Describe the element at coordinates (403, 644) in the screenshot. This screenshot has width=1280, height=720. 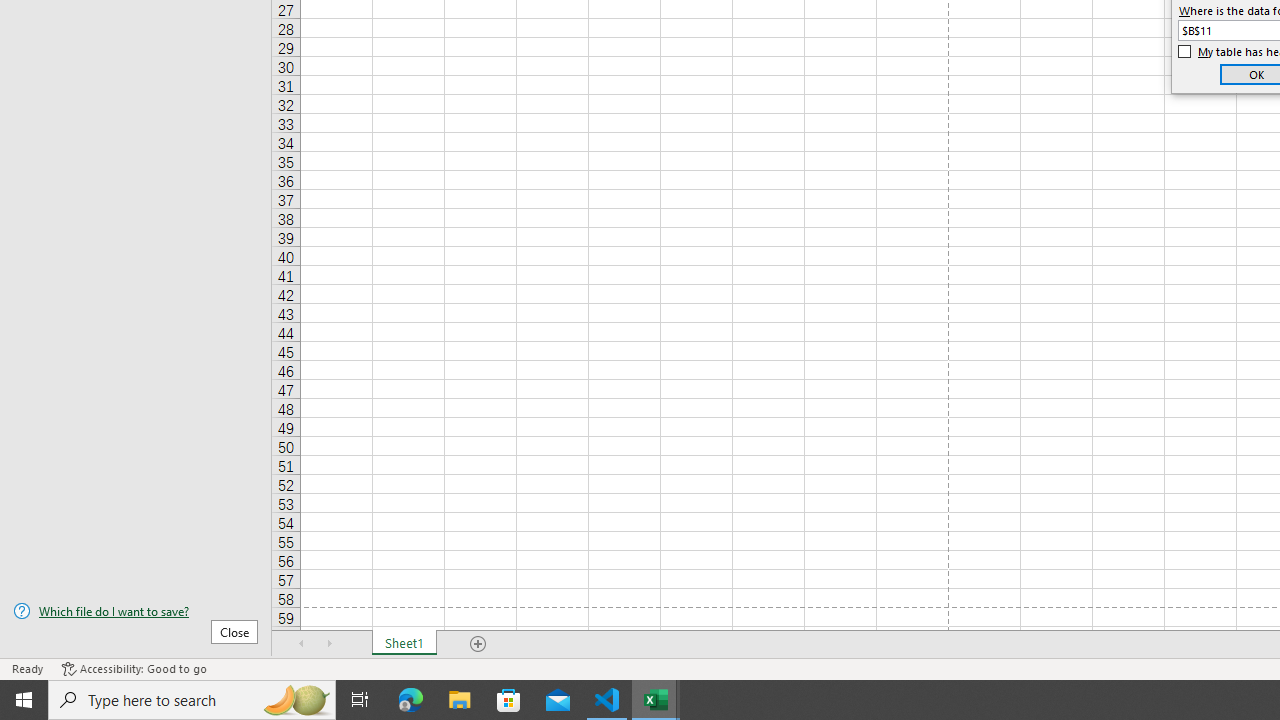
I see `'Sheet1'` at that location.